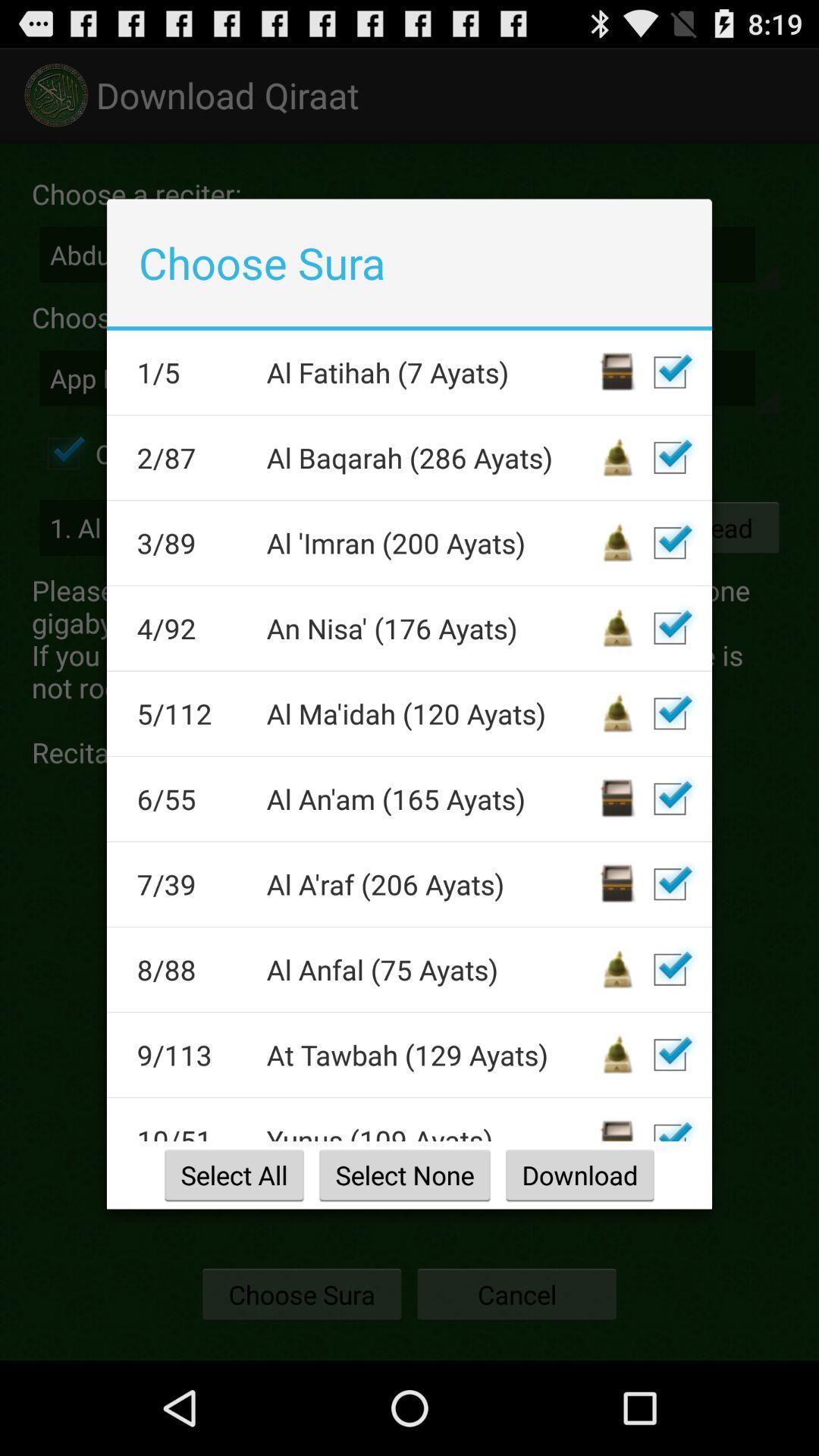  Describe the element at coordinates (669, 798) in the screenshot. I see `check or uncheck sura` at that location.